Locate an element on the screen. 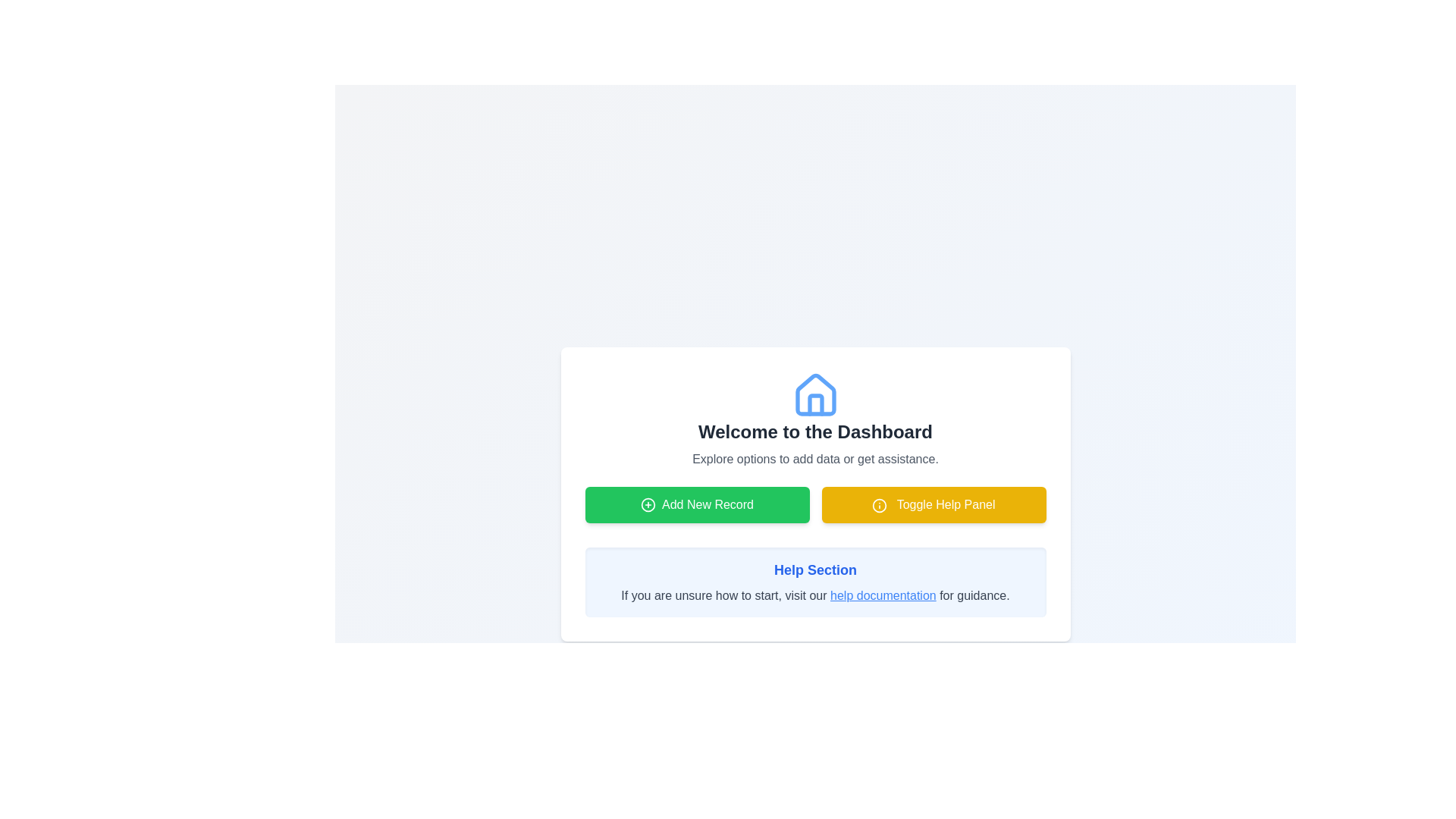  the button that toggles the visibility of the help panel, positioned to the right of the 'Add New Record' button in a two-column layout is located at coordinates (933, 505).